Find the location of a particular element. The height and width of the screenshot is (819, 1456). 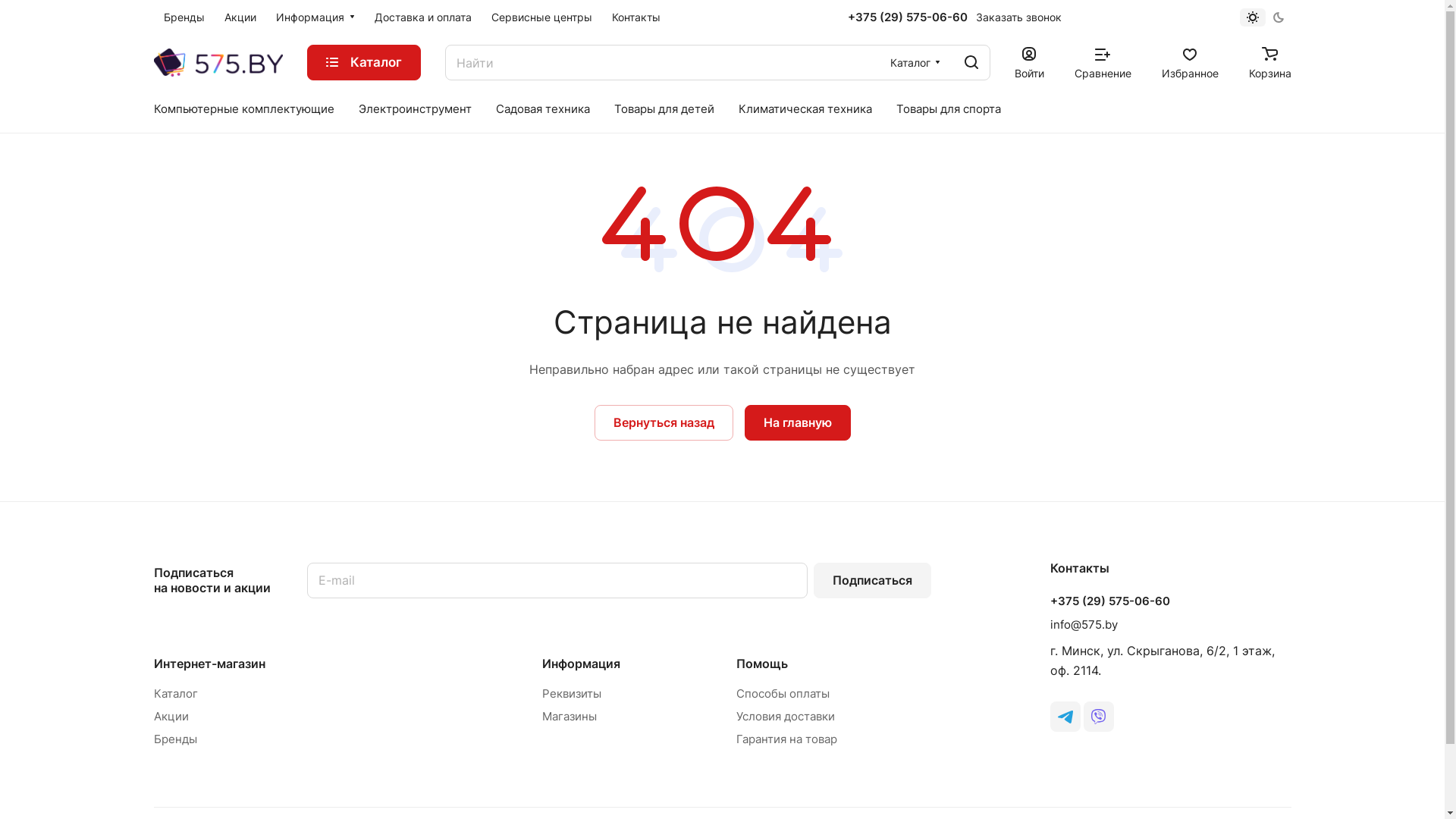

'info@575.by' is located at coordinates (1082, 624).